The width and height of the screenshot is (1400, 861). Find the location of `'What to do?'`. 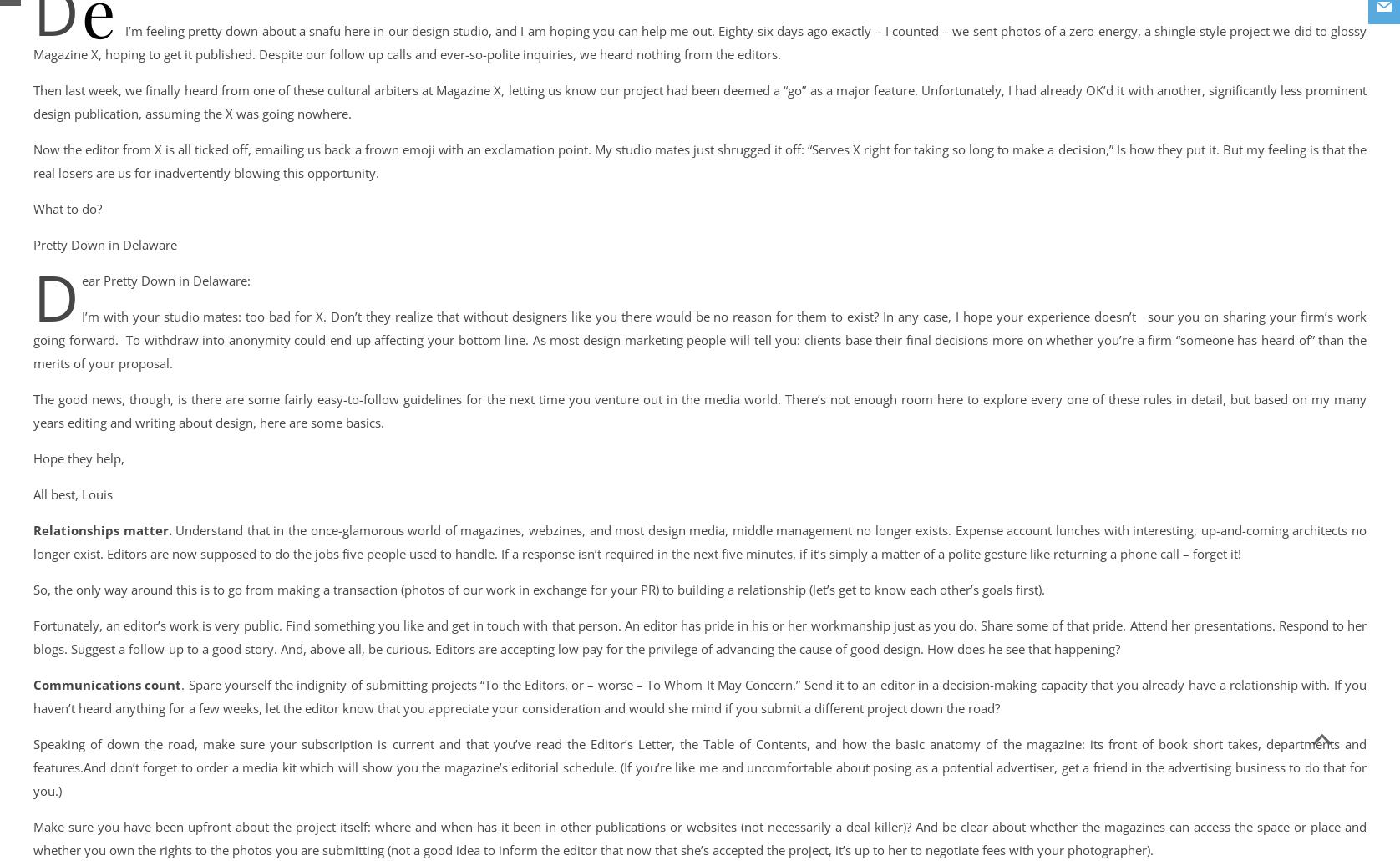

'What to do?' is located at coordinates (67, 209).